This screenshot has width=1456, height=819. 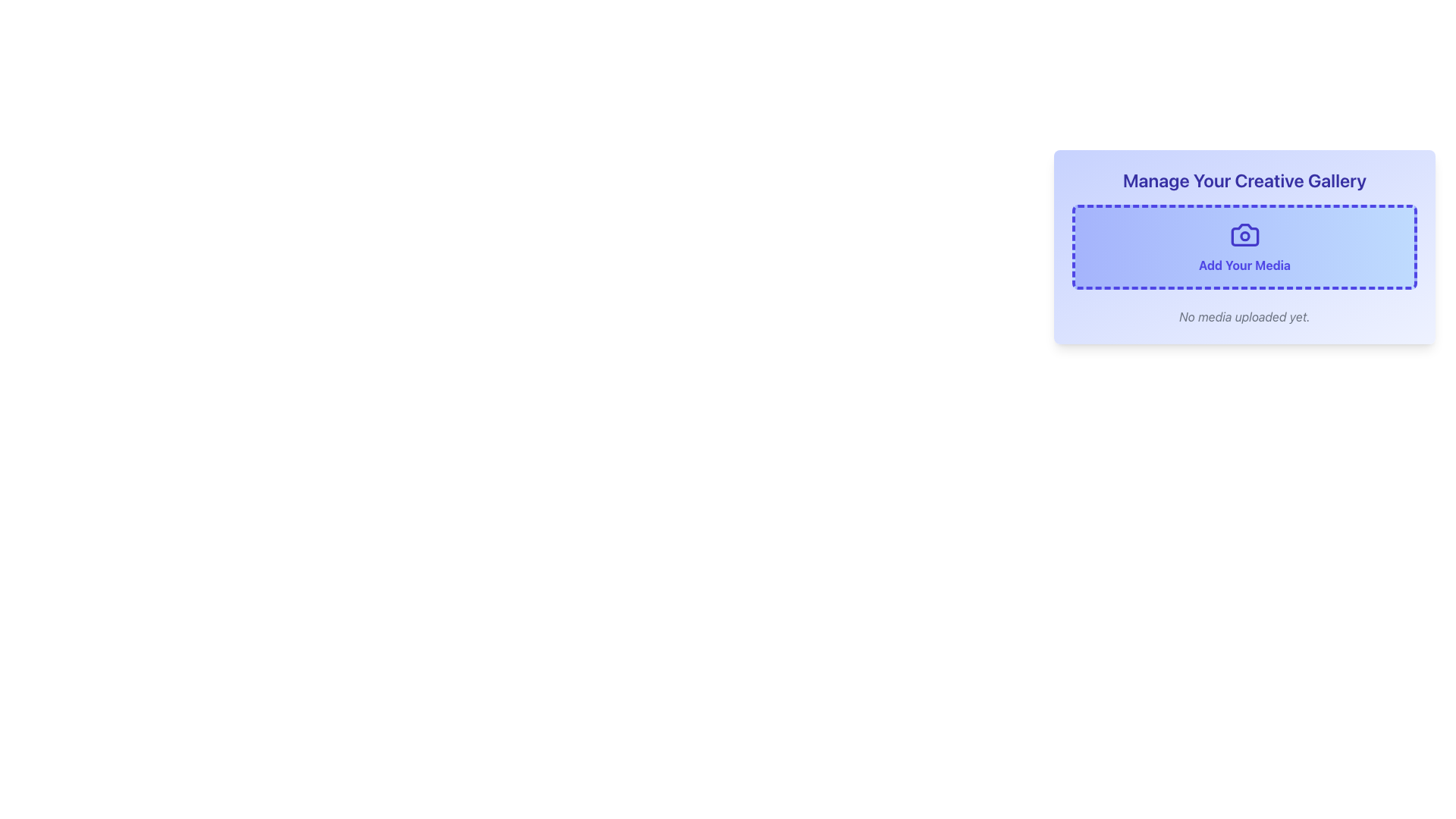 I want to click on the interactive button placeholder labeled 'Add Your Media' with a camera icon, so click(x=1244, y=246).